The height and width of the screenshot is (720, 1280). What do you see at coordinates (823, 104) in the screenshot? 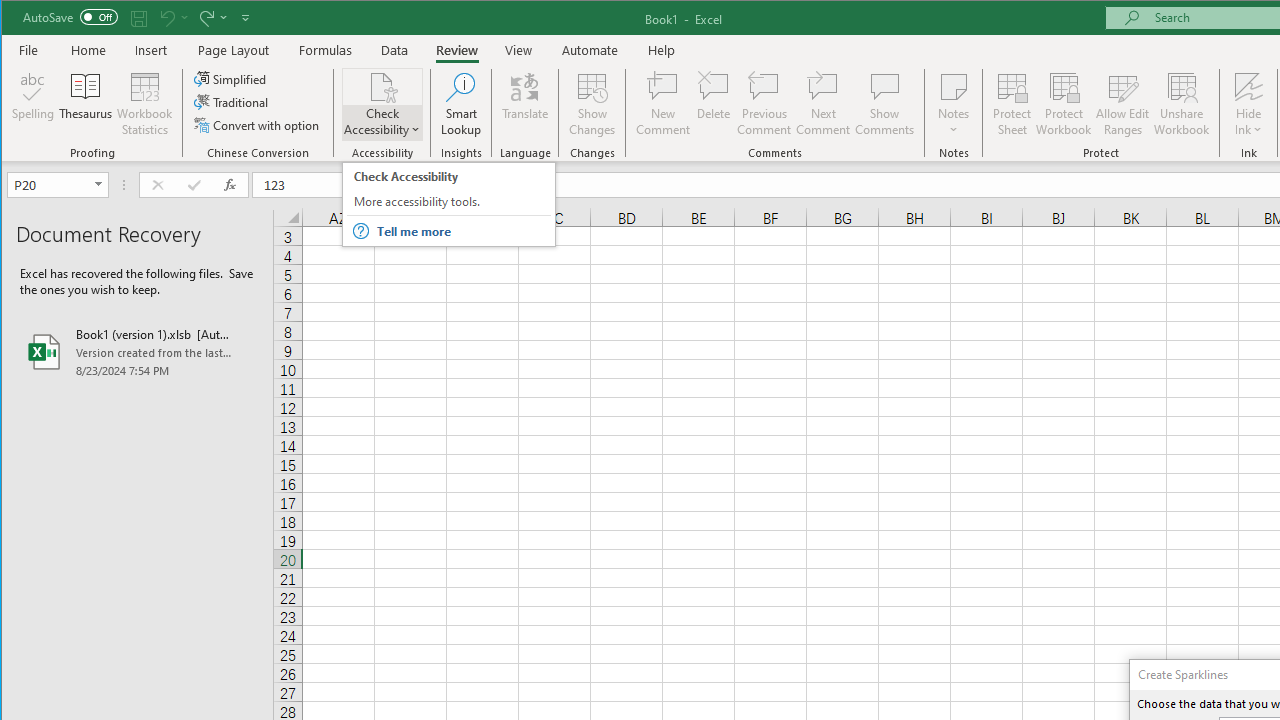
I see `'Next Comment'` at bounding box center [823, 104].